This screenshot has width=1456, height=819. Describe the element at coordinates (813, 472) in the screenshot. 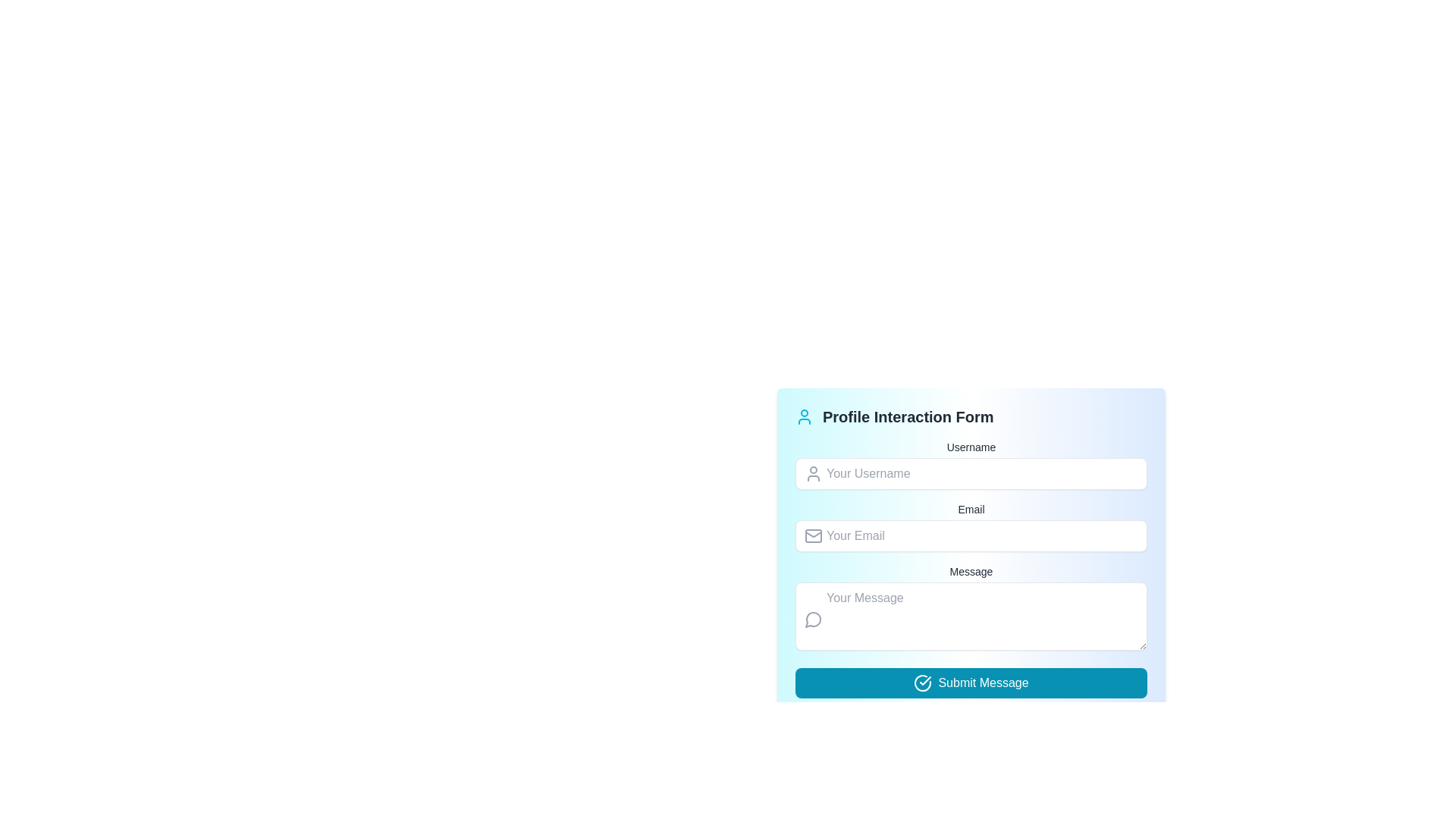

I see `the username icon, which is positioned to the left of the username input field` at that location.